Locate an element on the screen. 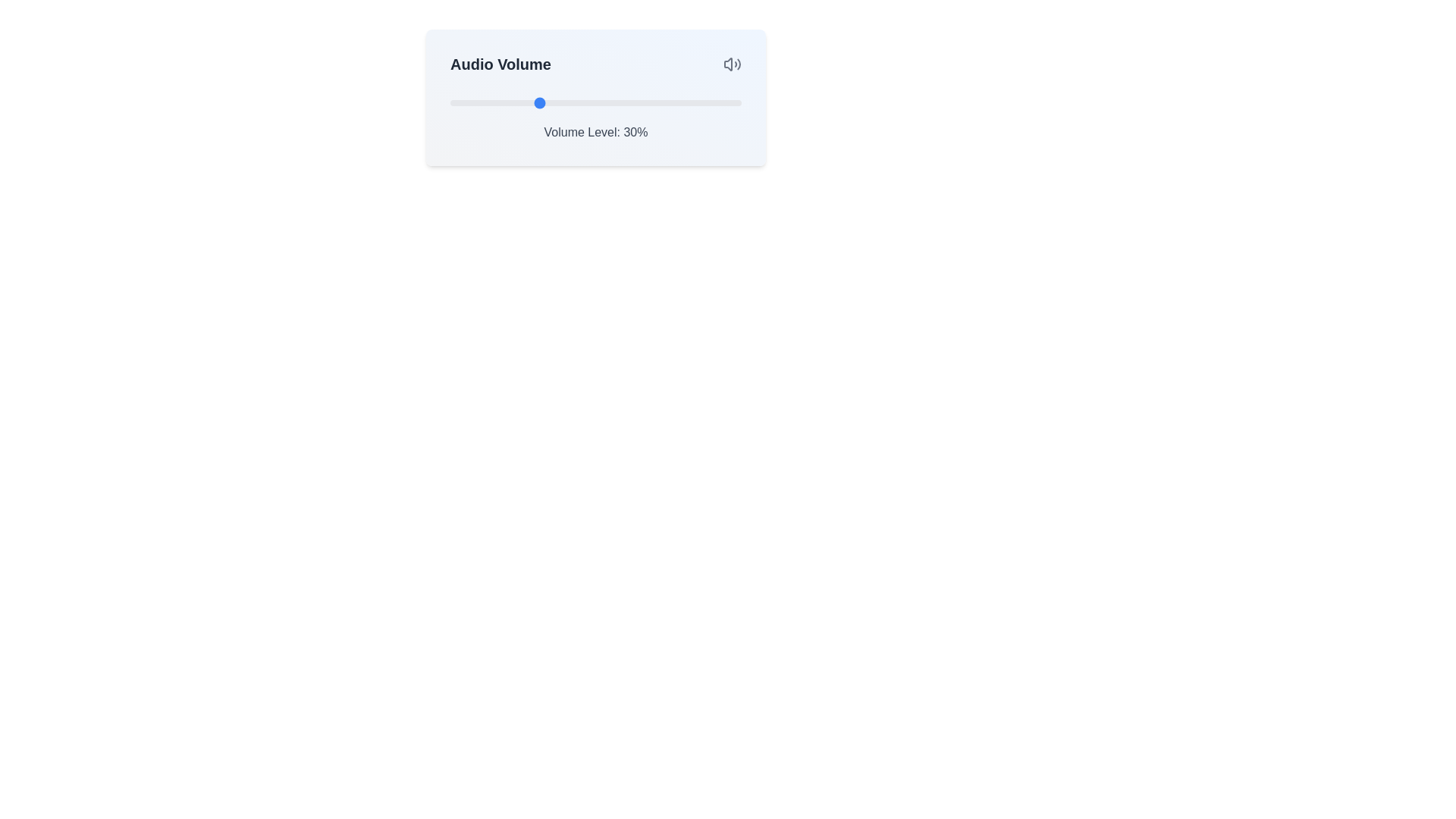 Image resolution: width=1456 pixels, height=819 pixels. the volume level is located at coordinates (619, 102).